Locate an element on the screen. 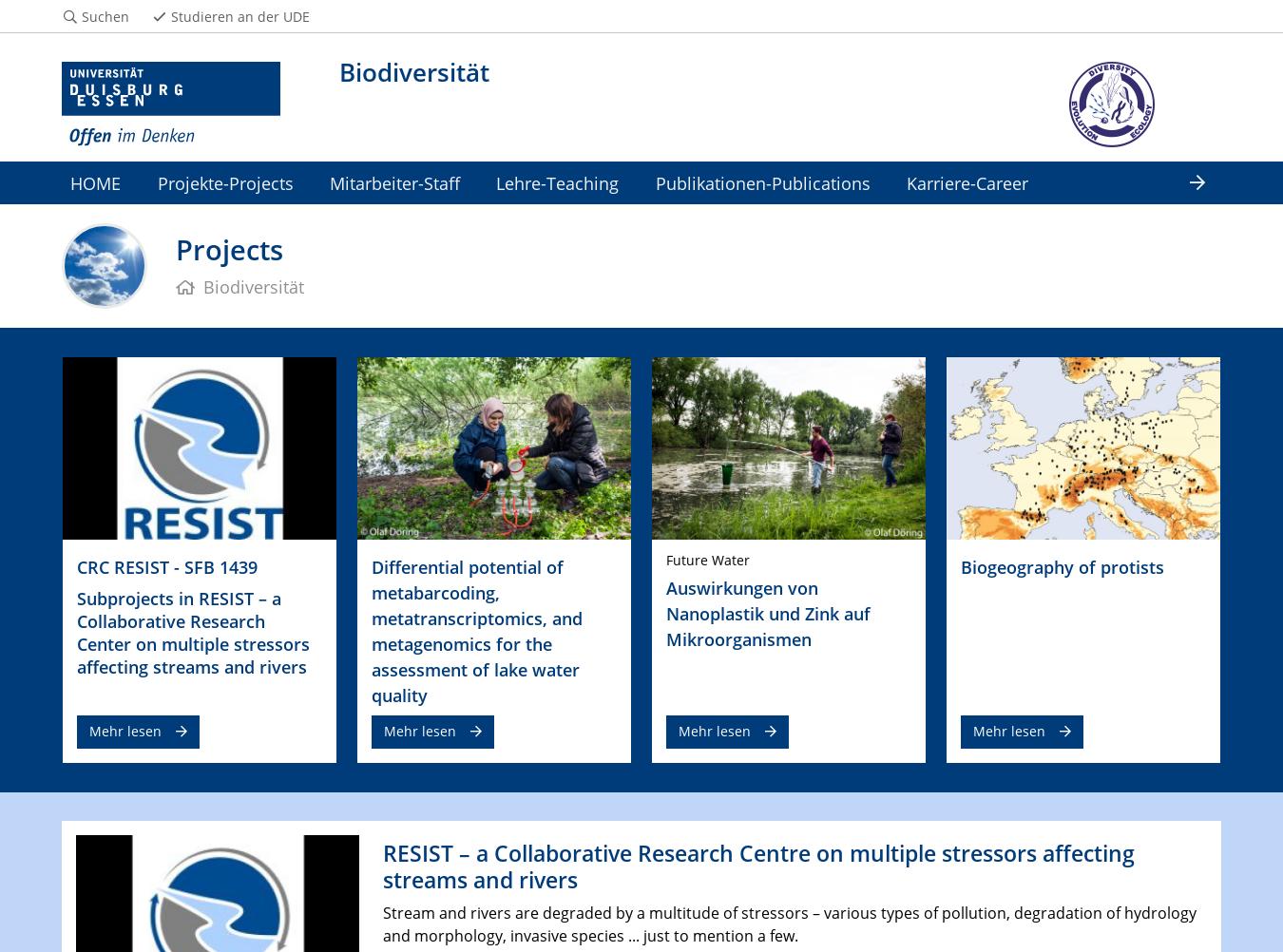 The width and height of the screenshot is (1283, 952). 'Suchen' is located at coordinates (104, 15).